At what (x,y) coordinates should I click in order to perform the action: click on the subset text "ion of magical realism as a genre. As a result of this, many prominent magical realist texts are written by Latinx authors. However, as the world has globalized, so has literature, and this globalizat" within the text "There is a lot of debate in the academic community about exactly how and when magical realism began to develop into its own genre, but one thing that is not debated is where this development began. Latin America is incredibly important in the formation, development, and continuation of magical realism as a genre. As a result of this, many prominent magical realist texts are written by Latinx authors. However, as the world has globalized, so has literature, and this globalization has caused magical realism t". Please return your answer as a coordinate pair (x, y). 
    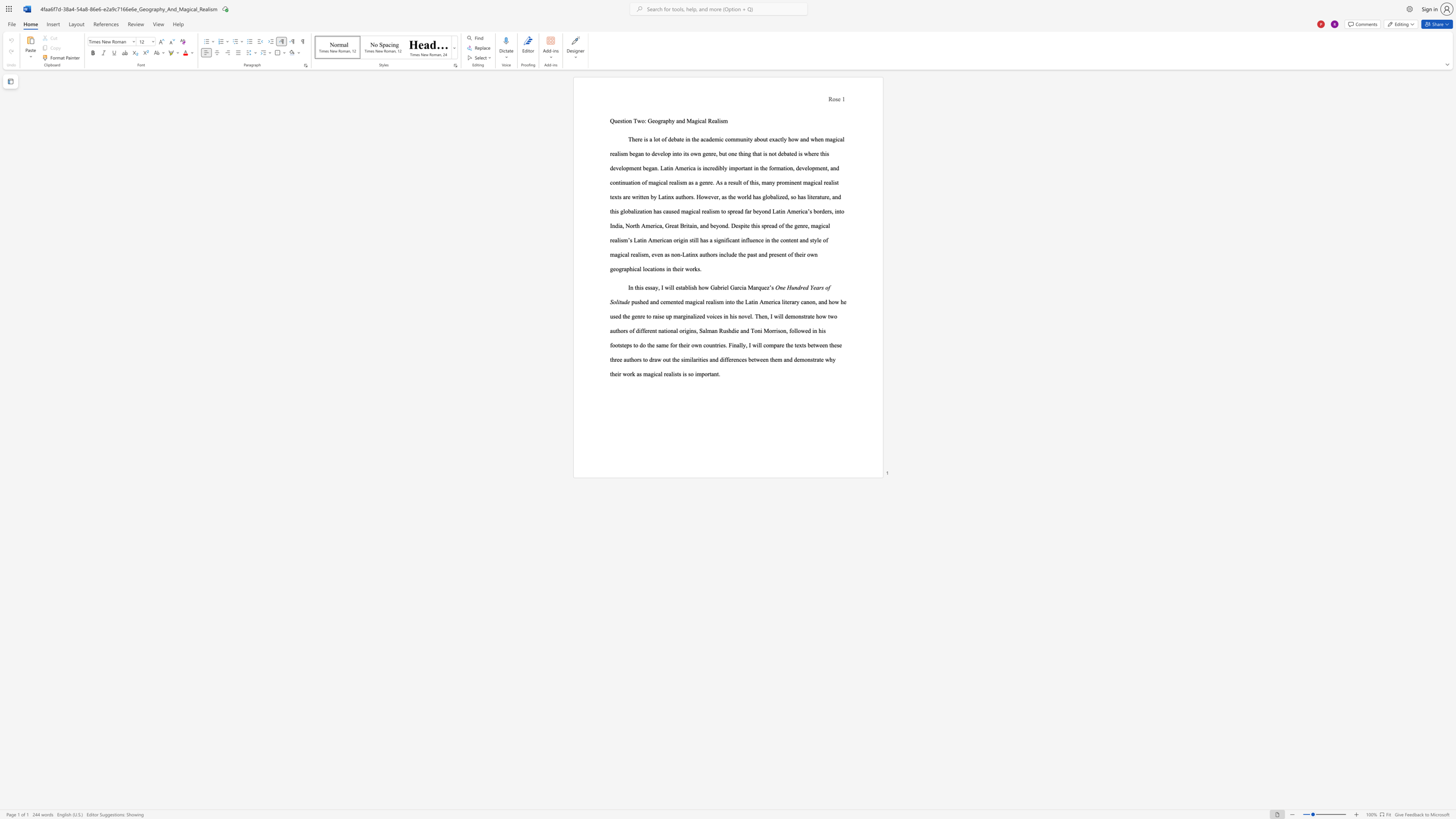
    Looking at the image, I should click on (632, 181).